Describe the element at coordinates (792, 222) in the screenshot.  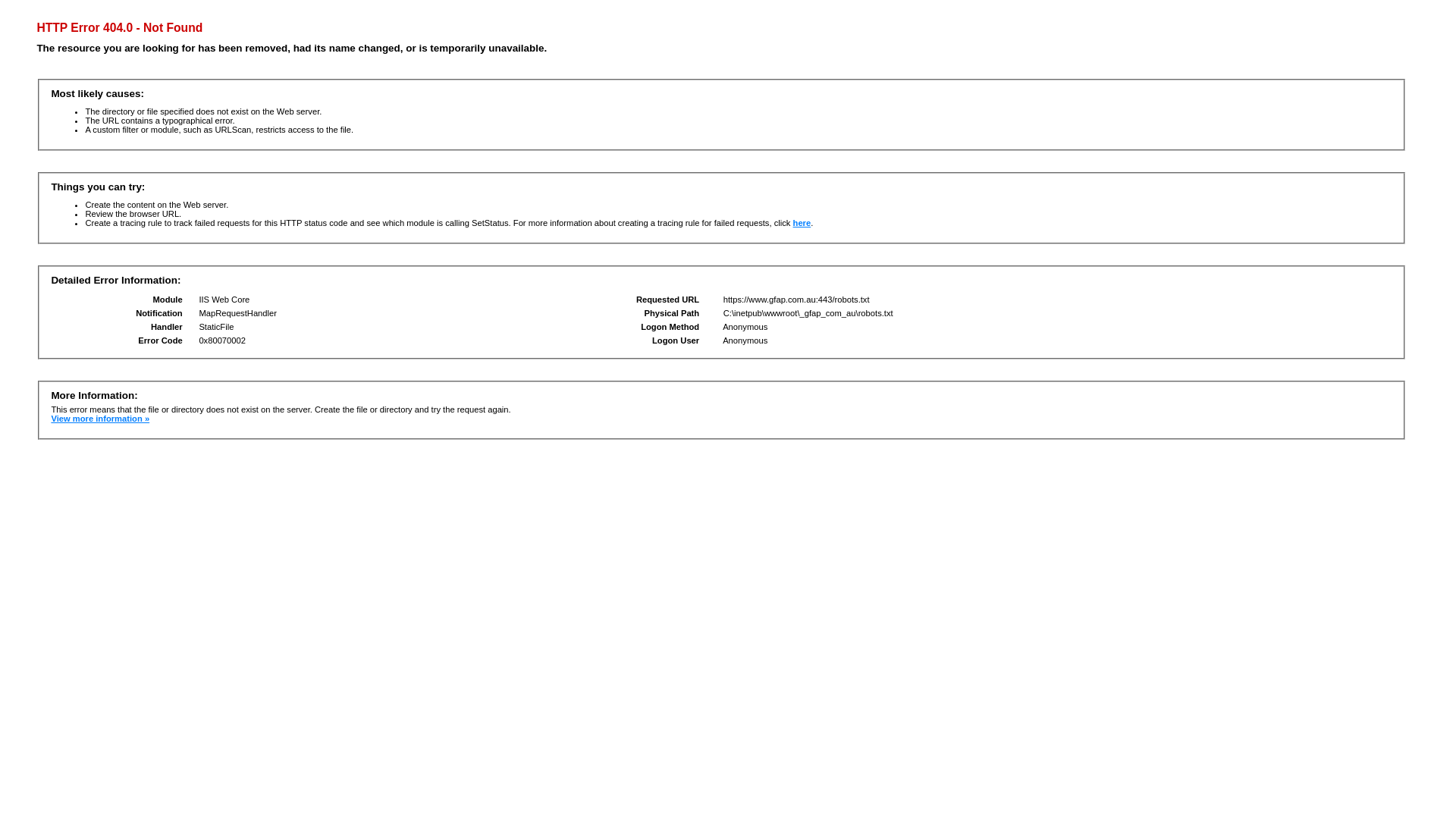
I see `'here'` at that location.